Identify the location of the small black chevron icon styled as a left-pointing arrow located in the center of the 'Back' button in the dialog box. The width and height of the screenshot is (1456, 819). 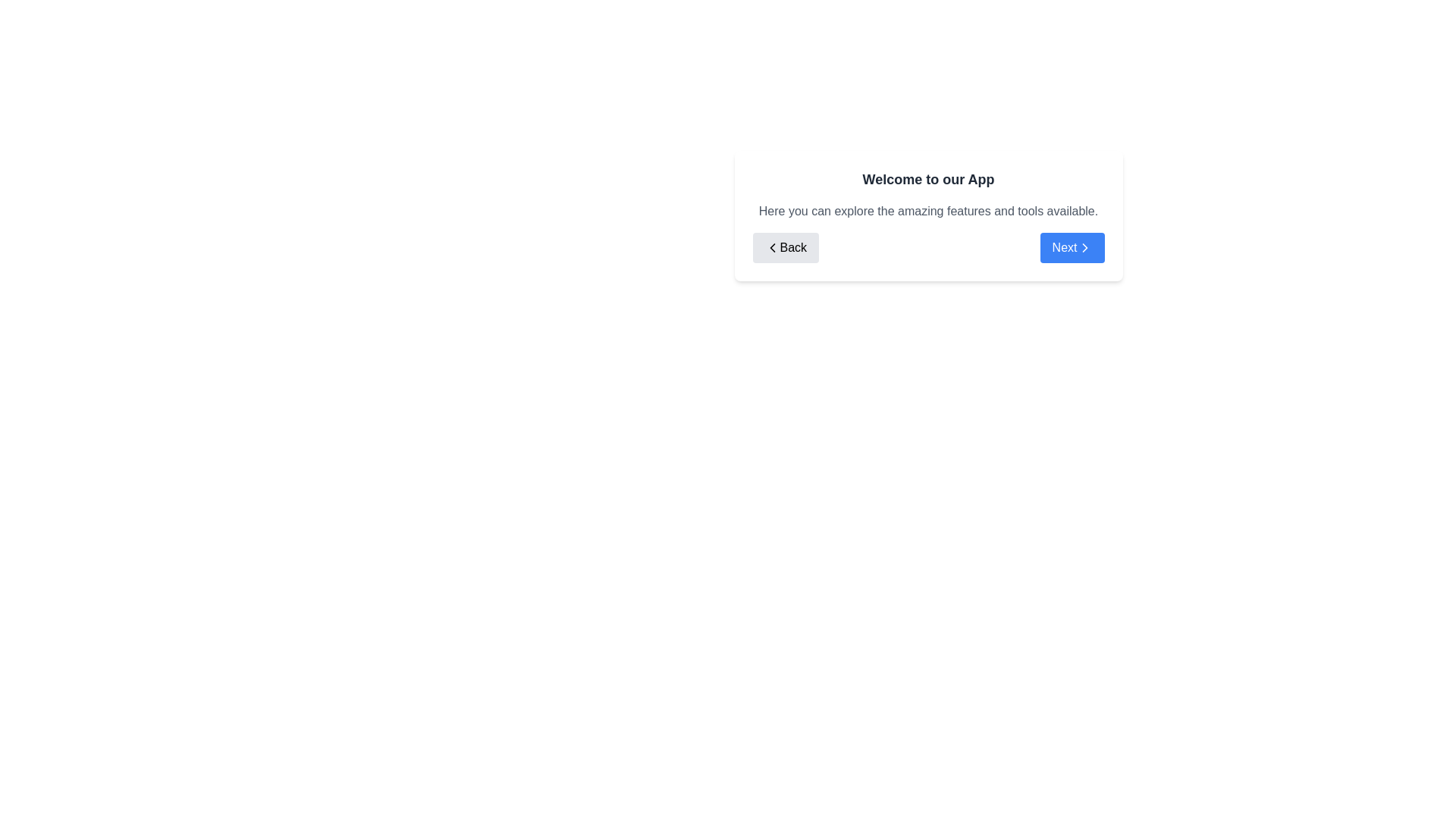
(772, 247).